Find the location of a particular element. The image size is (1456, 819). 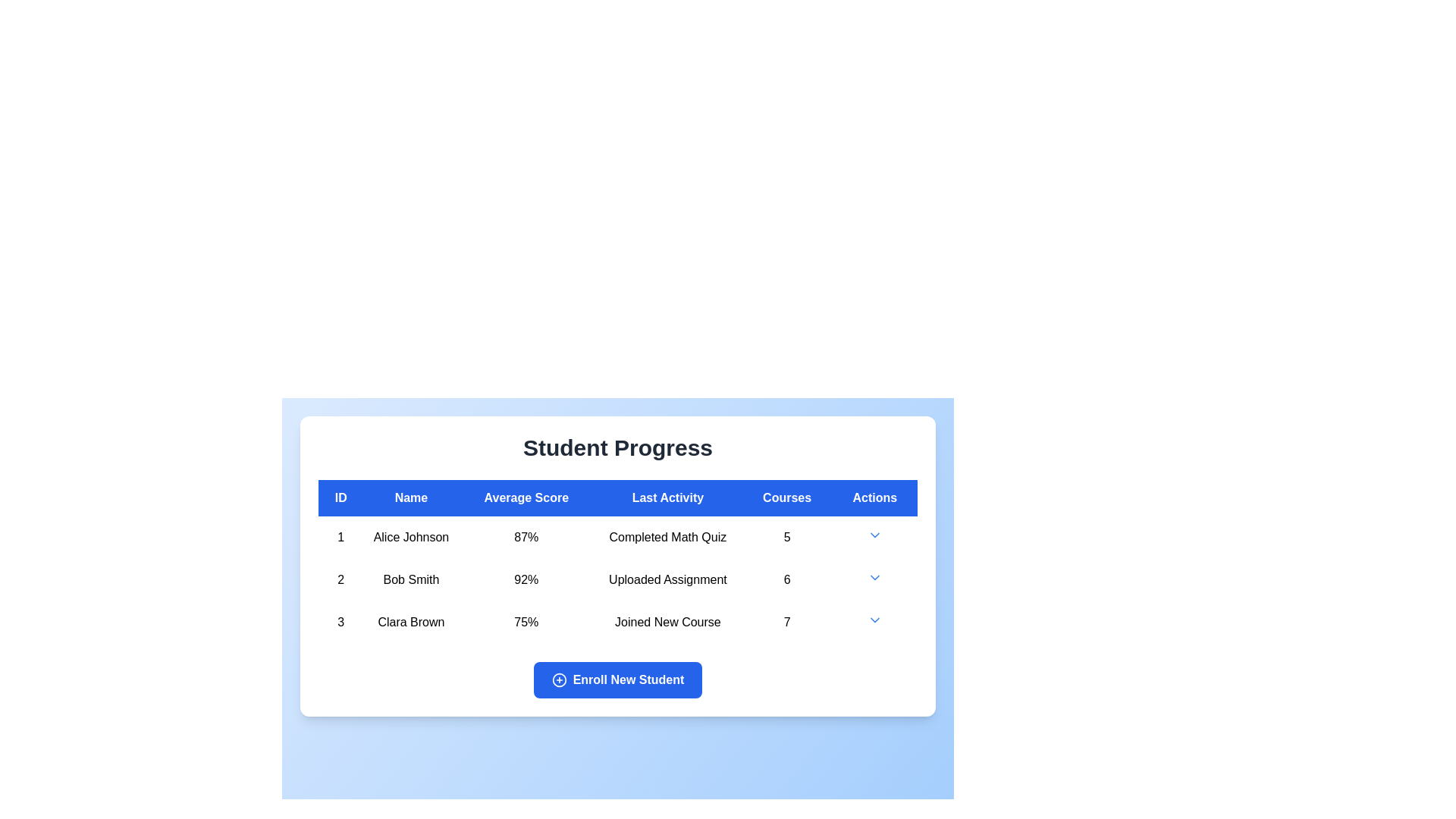

the 'Last Activity' text label, which is part of a structured data table and is positioned between the 'Average Score' and 'Courses' headers is located at coordinates (667, 497).